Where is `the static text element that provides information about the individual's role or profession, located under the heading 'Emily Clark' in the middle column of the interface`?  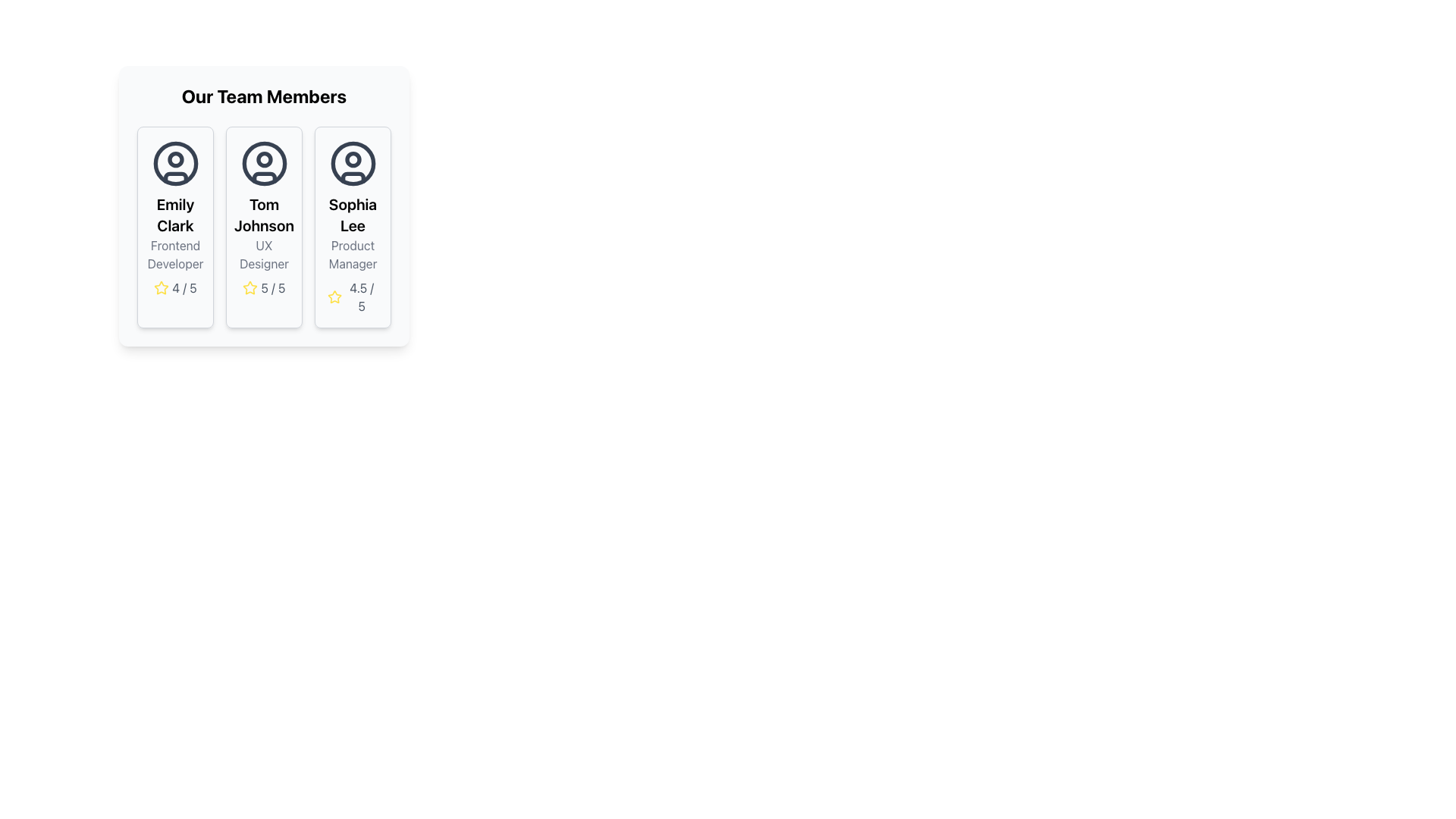 the static text element that provides information about the individual's role or profession, located under the heading 'Emily Clark' in the middle column of the interface is located at coordinates (175, 253).